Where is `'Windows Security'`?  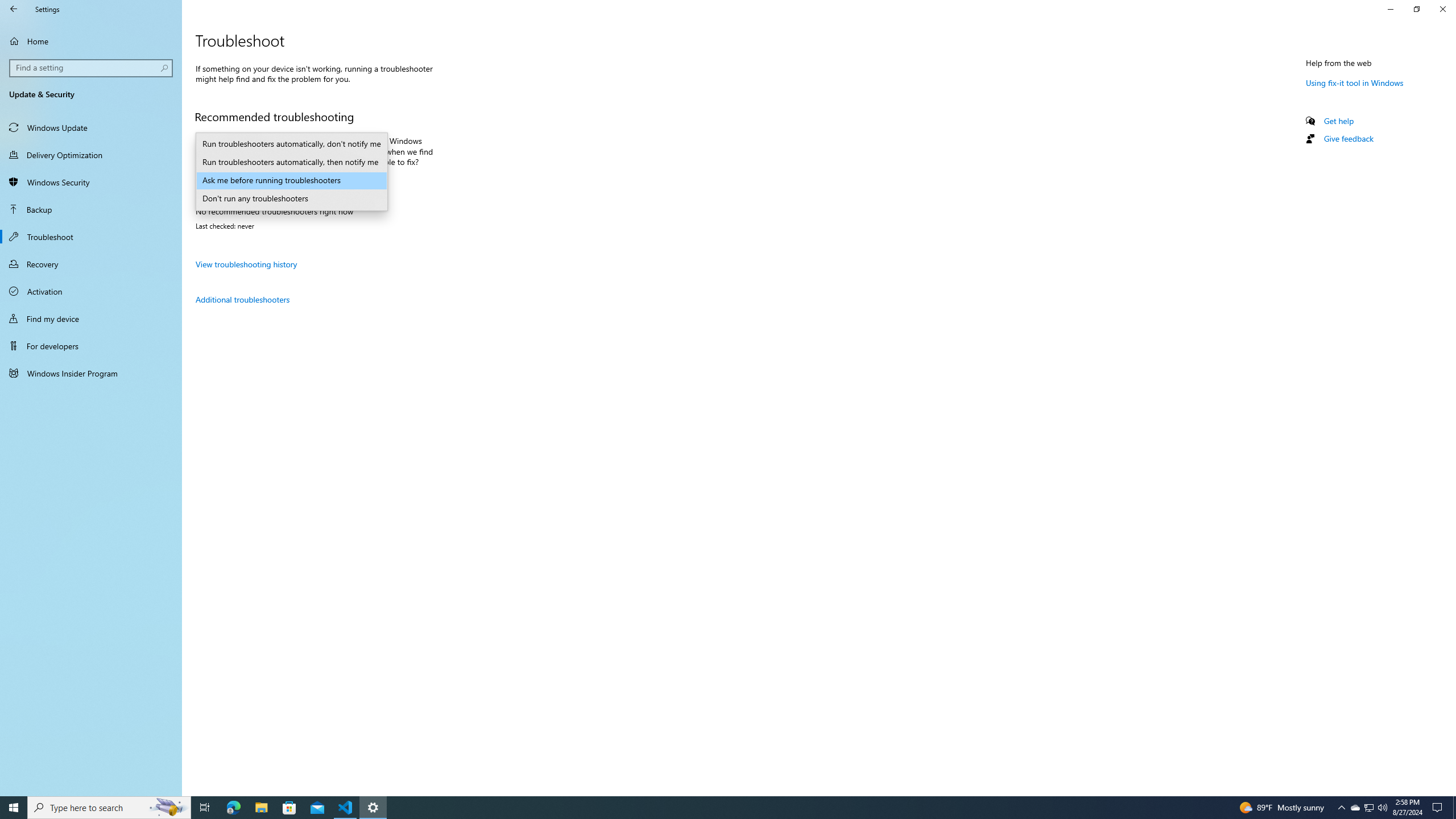 'Windows Security' is located at coordinates (90, 181).